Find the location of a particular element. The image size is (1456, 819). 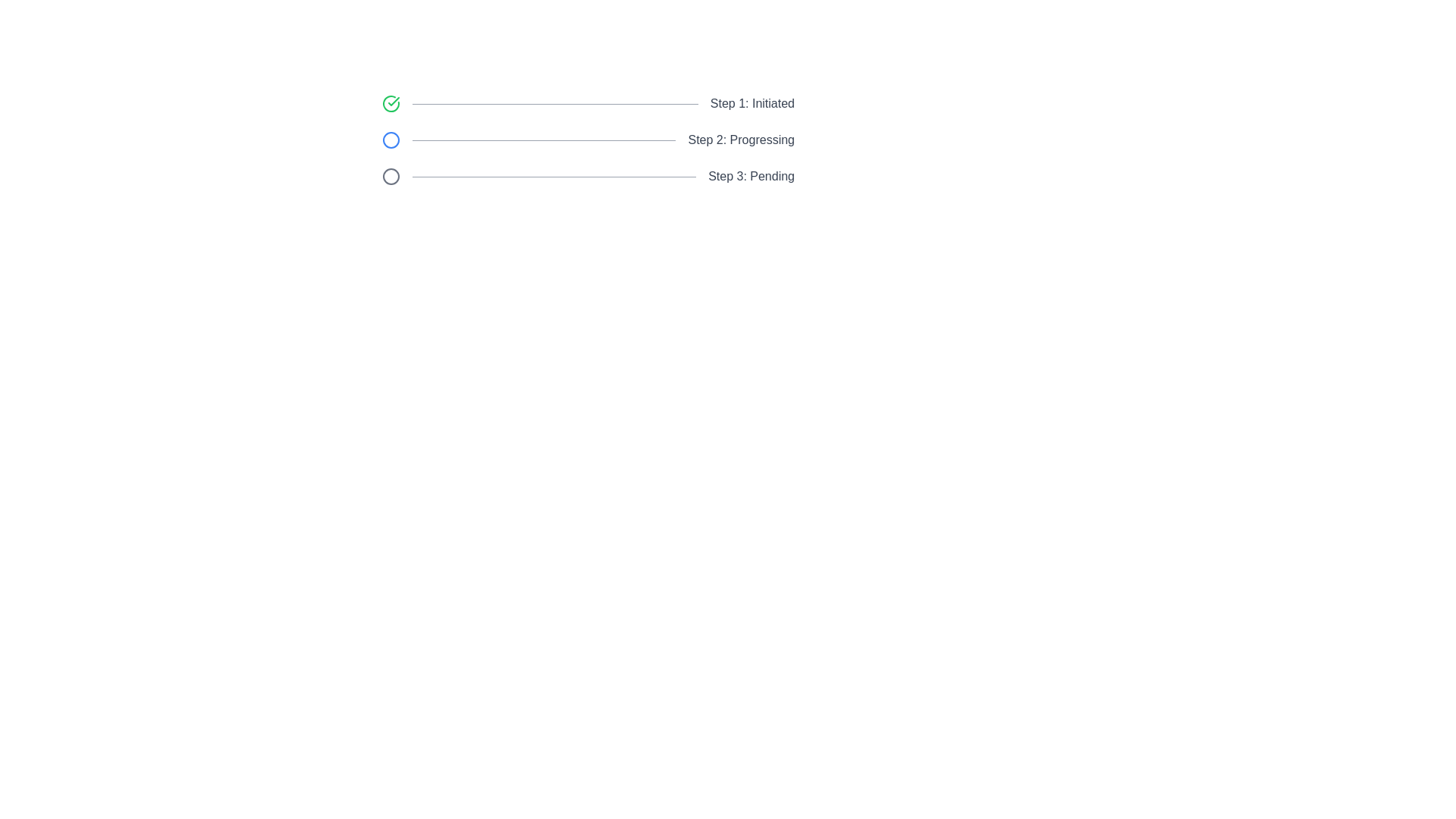

the text label reading 'Step 2: Progressing', which is styled in gray and located to the right of a circular blue icon within the second step of a vertical stepper layout is located at coordinates (741, 140).